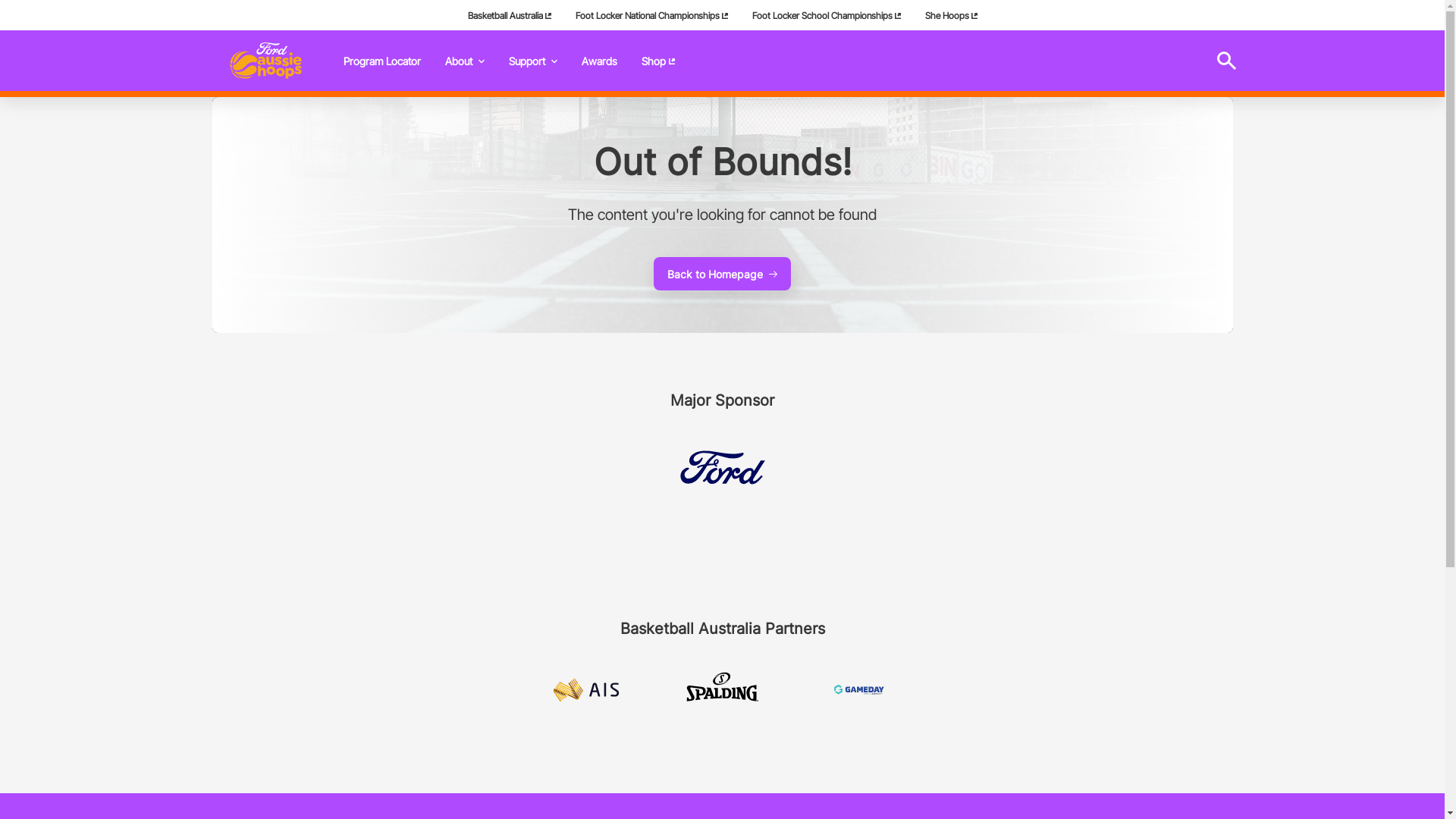 This screenshot has width=1456, height=819. I want to click on 'AIS', so click(585, 689).